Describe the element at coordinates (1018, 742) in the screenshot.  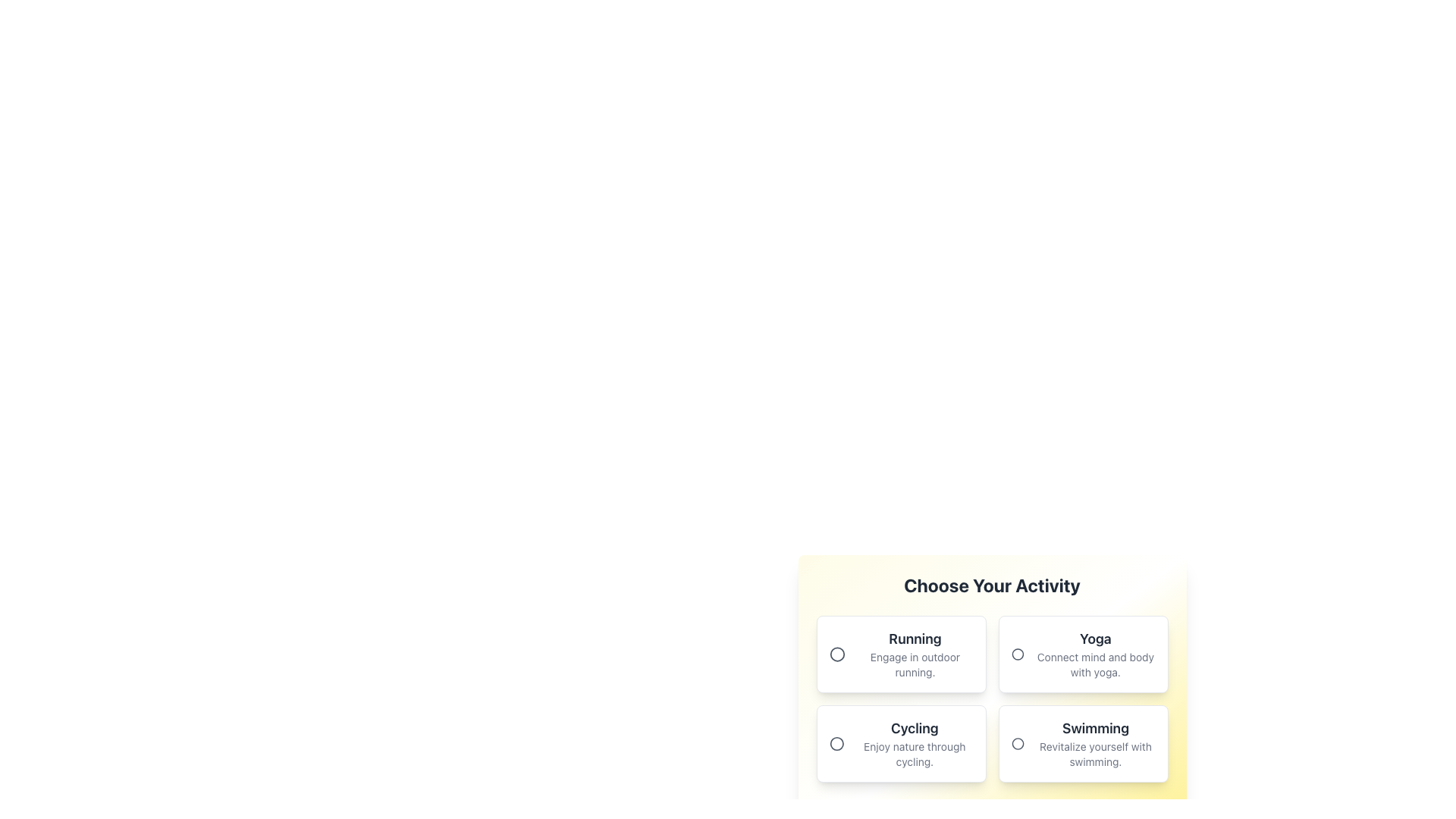
I see `the 'Swimming' button by clicking on the SVG graphical element that serves as its icon, located in the bottom-right corner of the grid of options under 'Choose Your Activity.'` at that location.